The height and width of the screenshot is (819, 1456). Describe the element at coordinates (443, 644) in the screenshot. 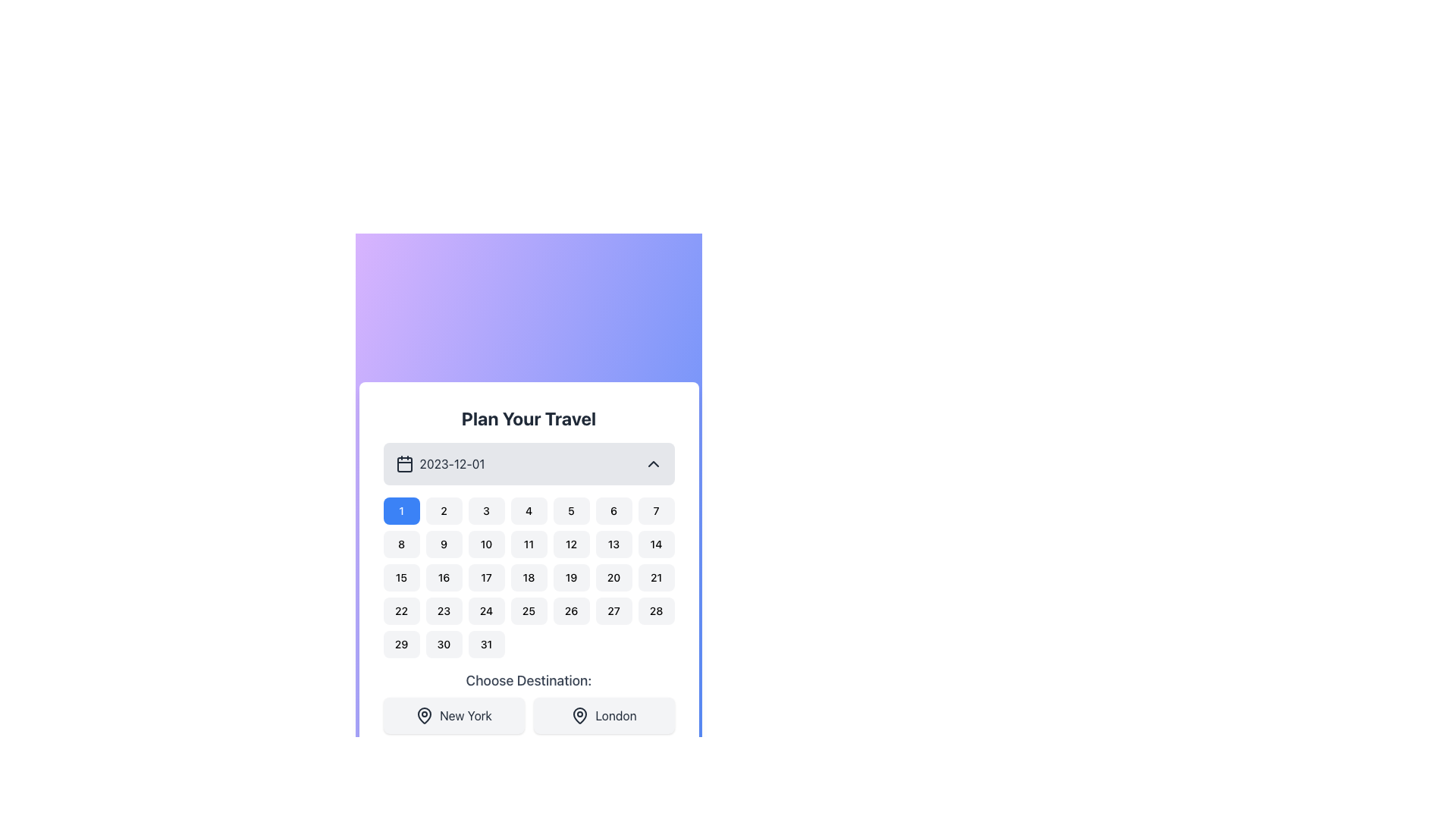

I see `the button representing the date '30' in the calendar` at that location.